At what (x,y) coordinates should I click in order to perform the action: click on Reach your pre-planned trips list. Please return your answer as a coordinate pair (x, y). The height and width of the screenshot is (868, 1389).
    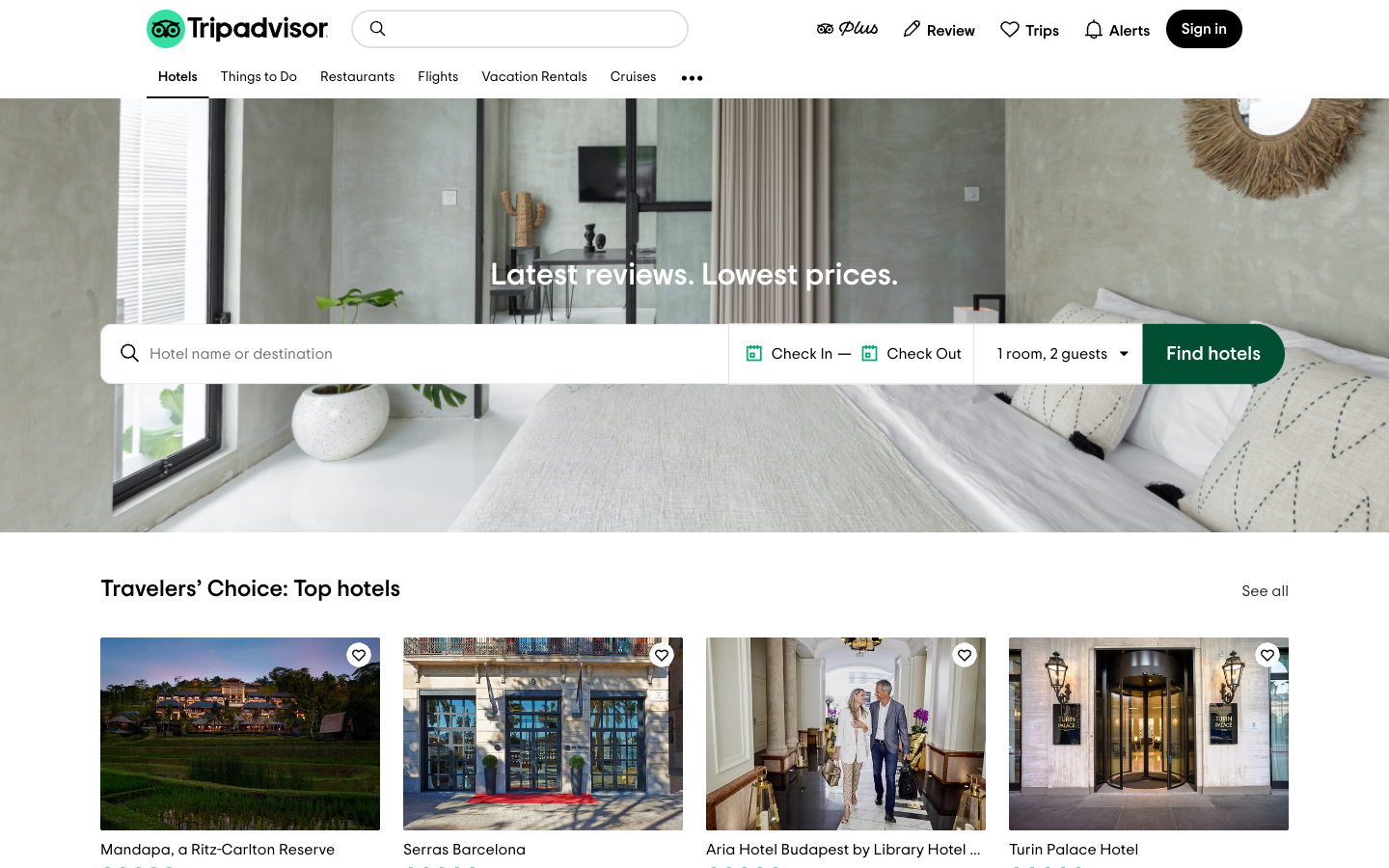
    Looking at the image, I should click on (1029, 27).